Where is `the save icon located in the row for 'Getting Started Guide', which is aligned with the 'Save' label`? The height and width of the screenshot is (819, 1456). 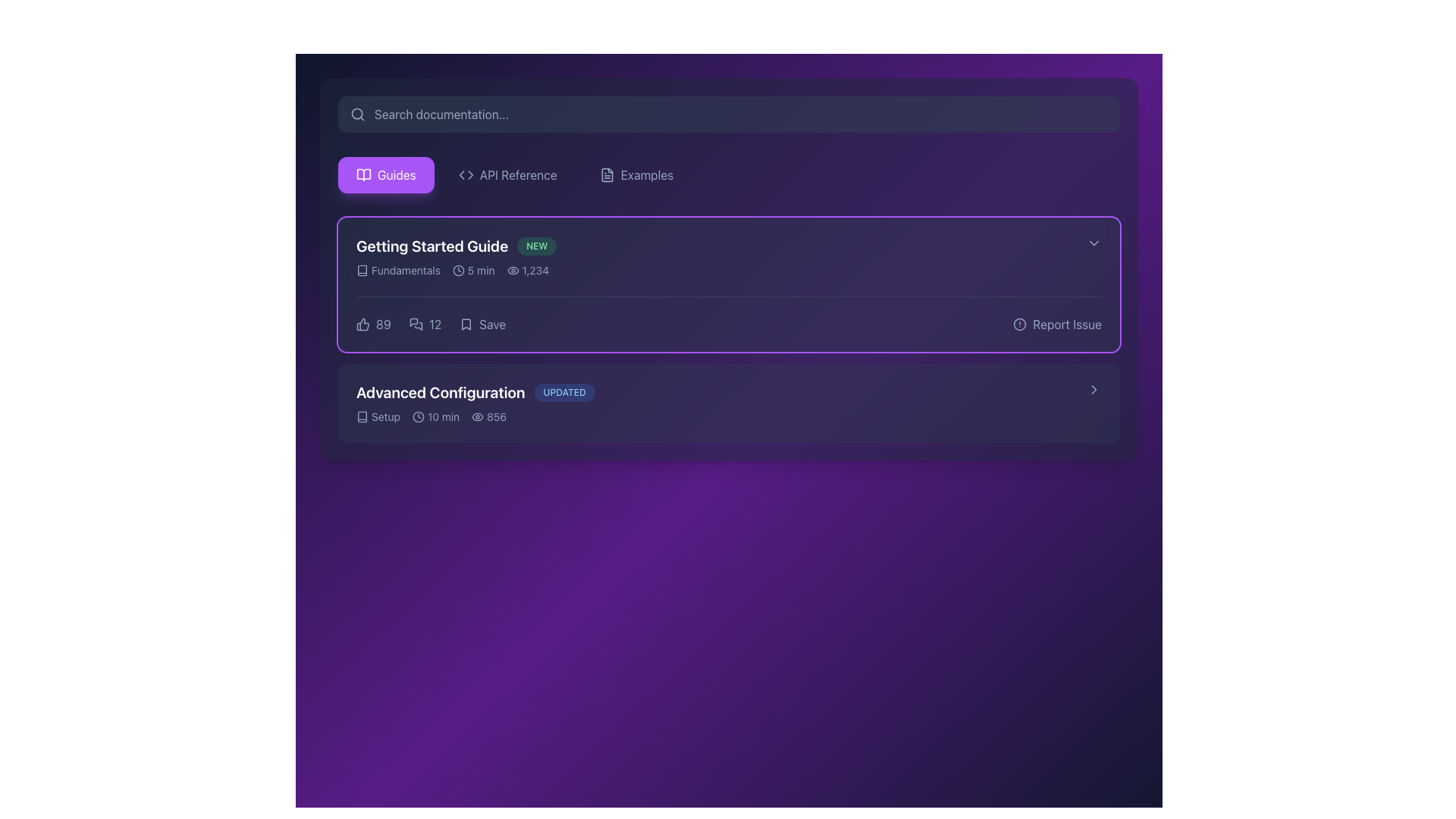 the save icon located in the row for 'Getting Started Guide', which is aligned with the 'Save' label is located at coordinates (466, 324).